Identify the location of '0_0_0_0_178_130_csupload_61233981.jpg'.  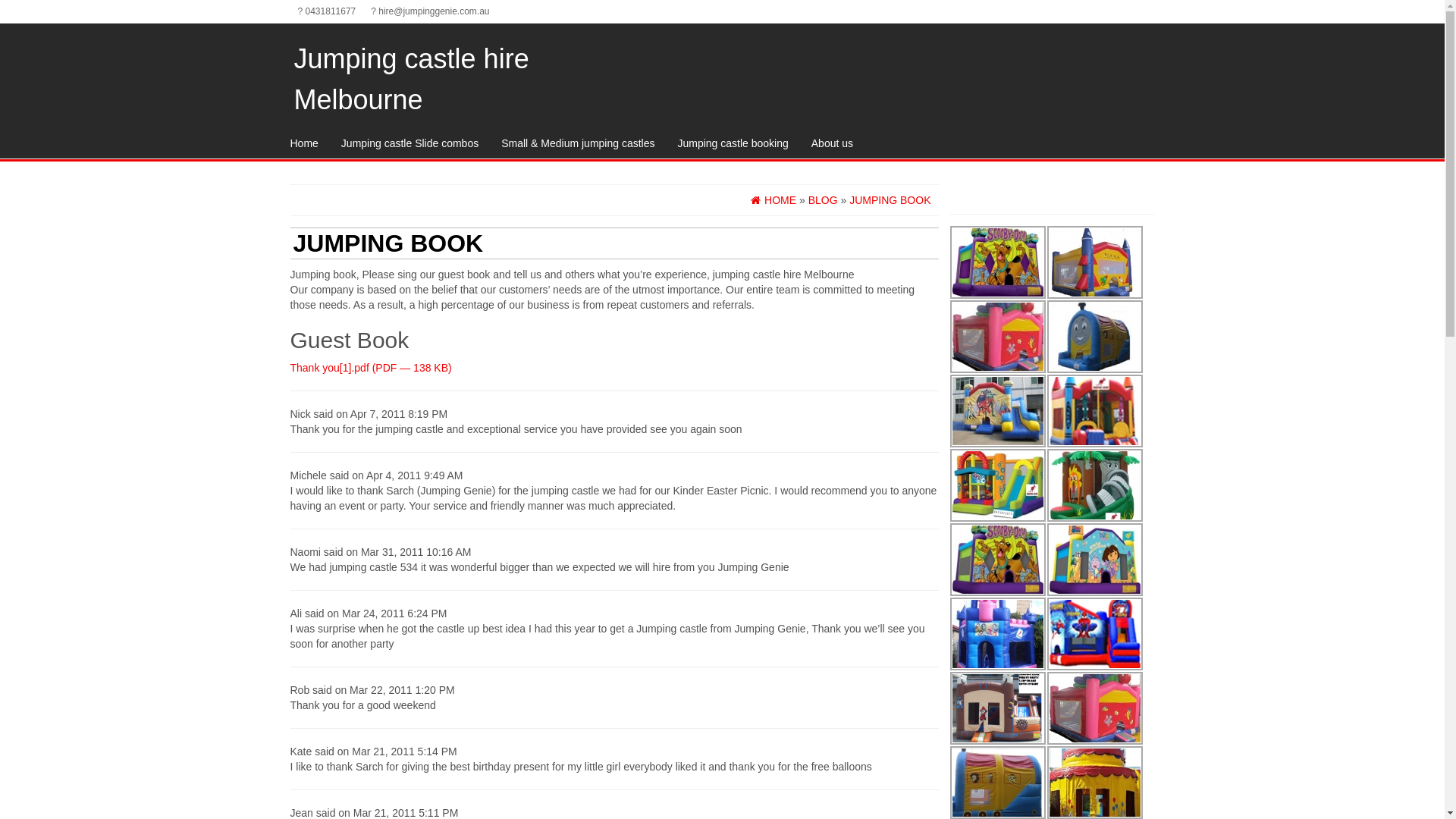
(1094, 335).